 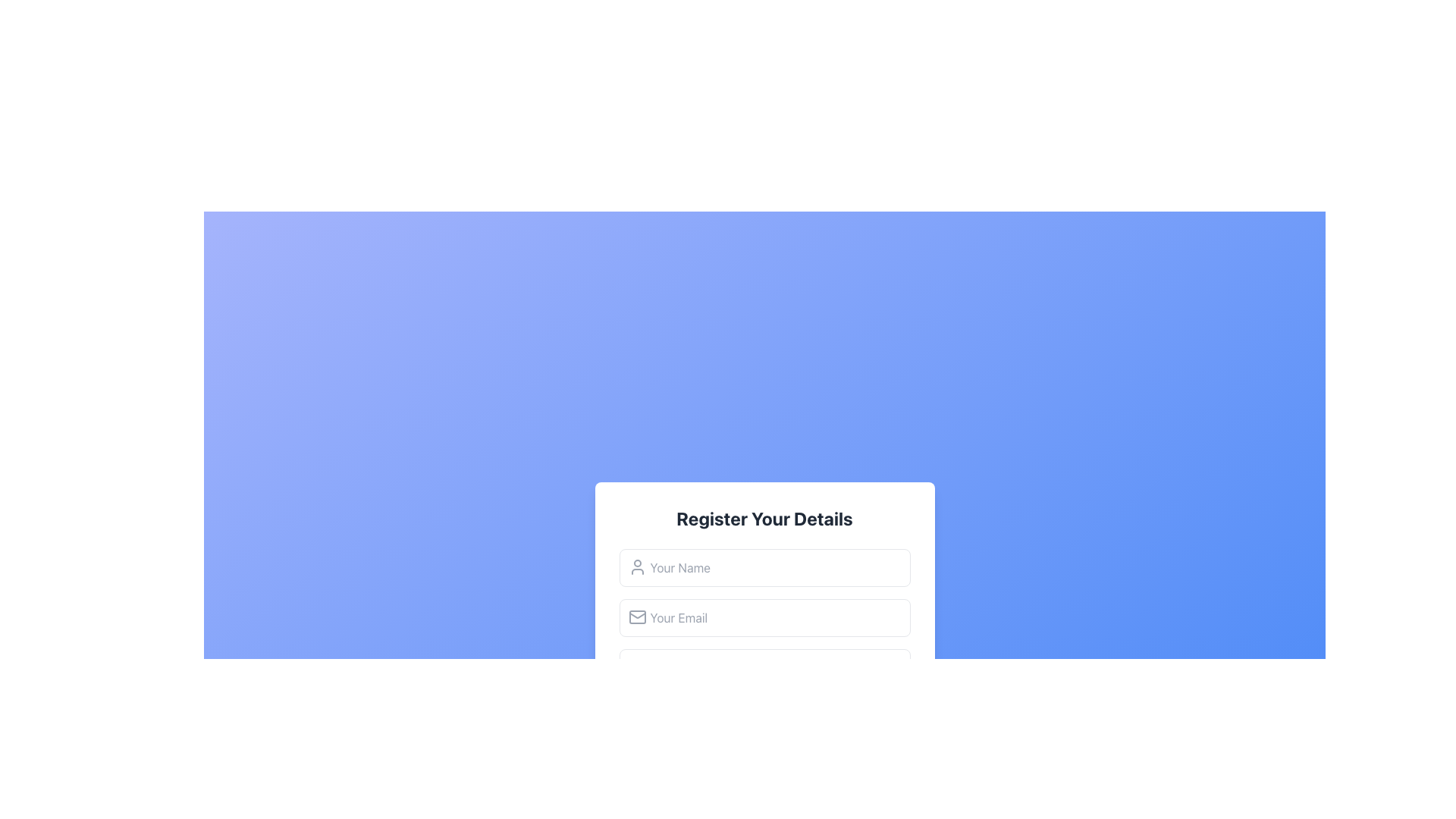 I want to click on the email input field located within the white card below the title 'Register Your Details' to focus on it, so click(x=764, y=620).